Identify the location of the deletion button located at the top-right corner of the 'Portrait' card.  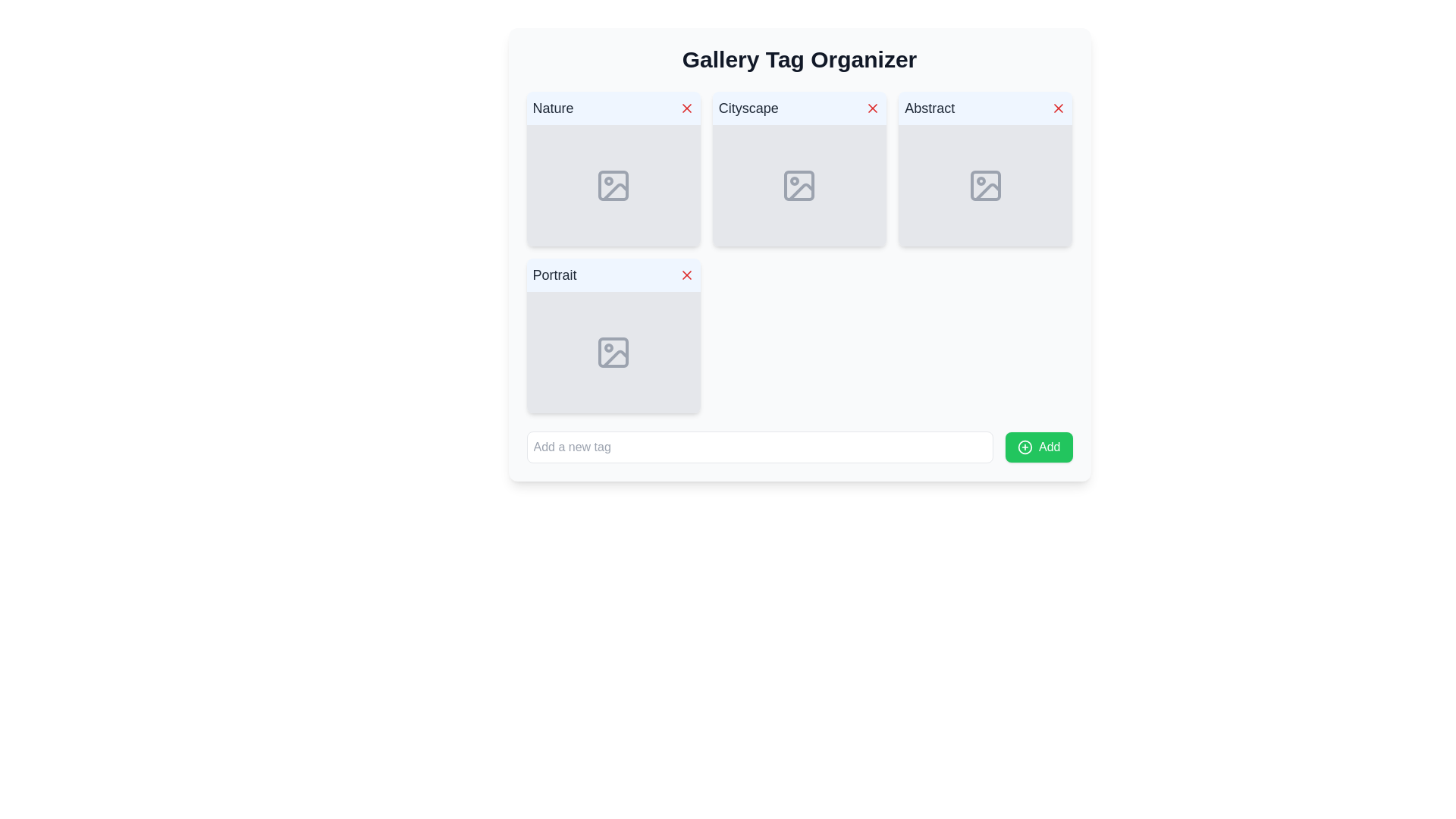
(686, 275).